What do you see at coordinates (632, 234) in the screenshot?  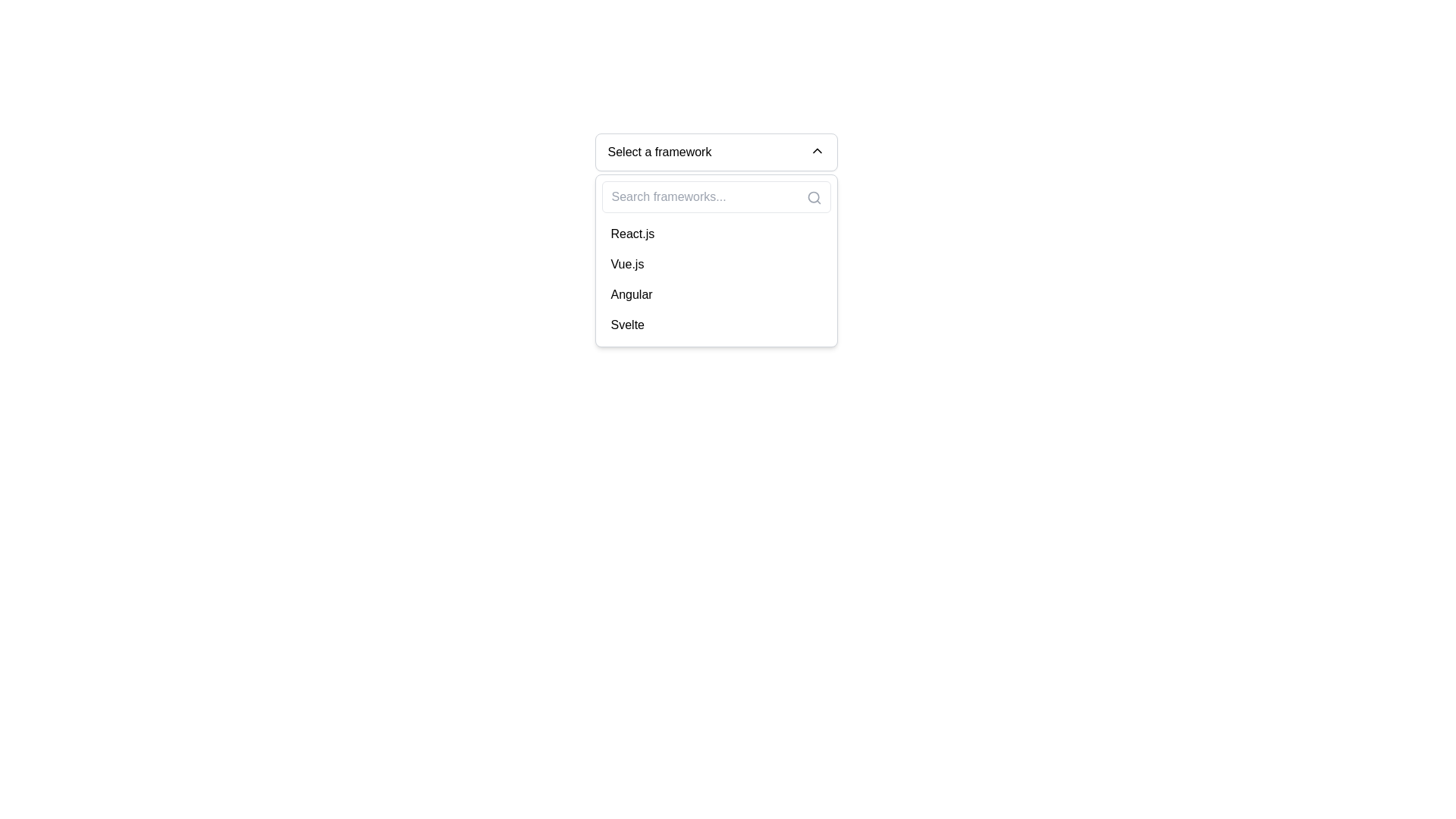 I see `the text 'React.js'` at bounding box center [632, 234].